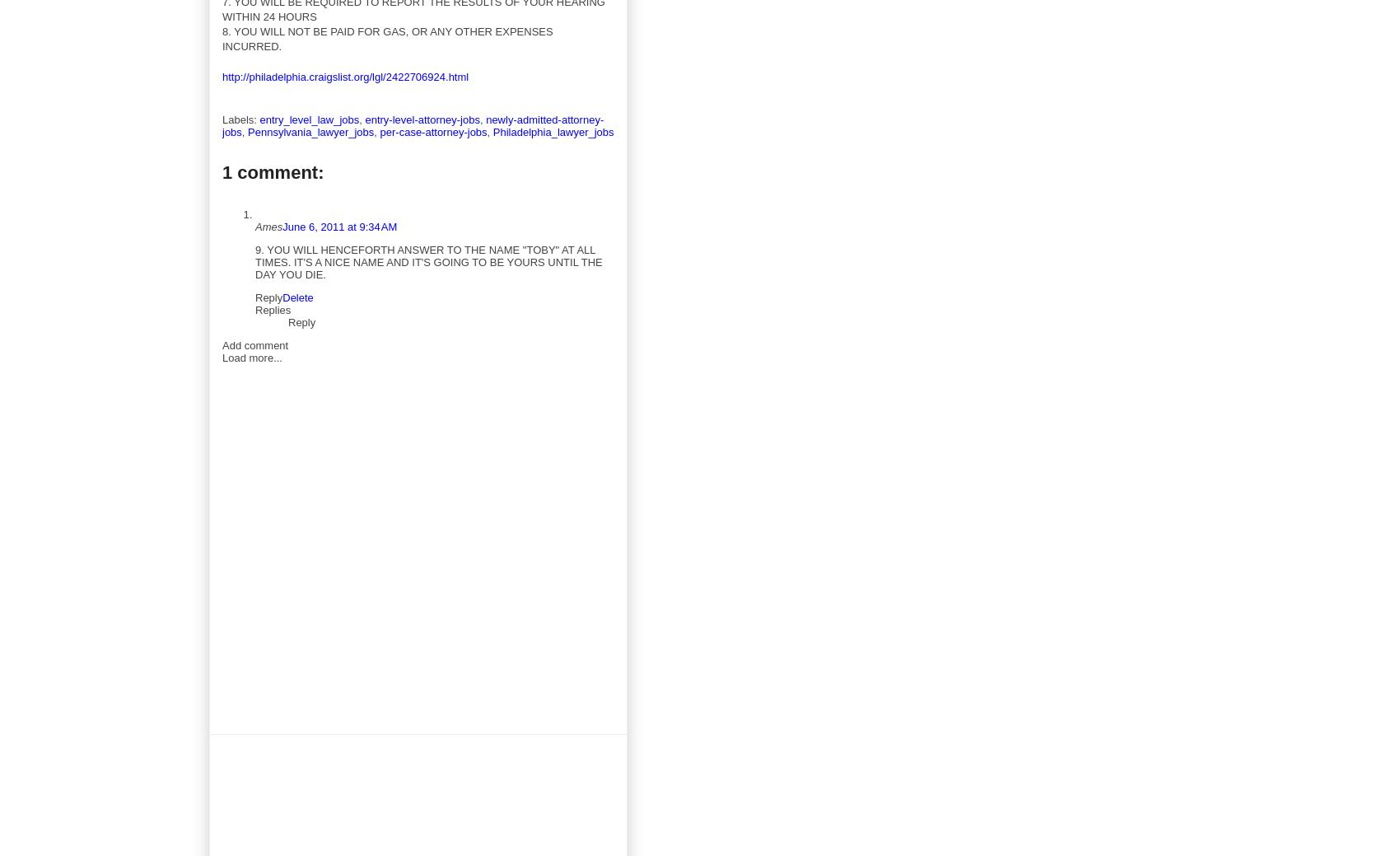  I want to click on '9. YOU WILL HENCEFORTH ANSWER TO THE NAME "TOBY" AT ALL TIMES.  IT'S A NICE NAME AND IT'S GOING TO BE YOURS UNTIL THE DAY YOU DIE.', so click(428, 261).